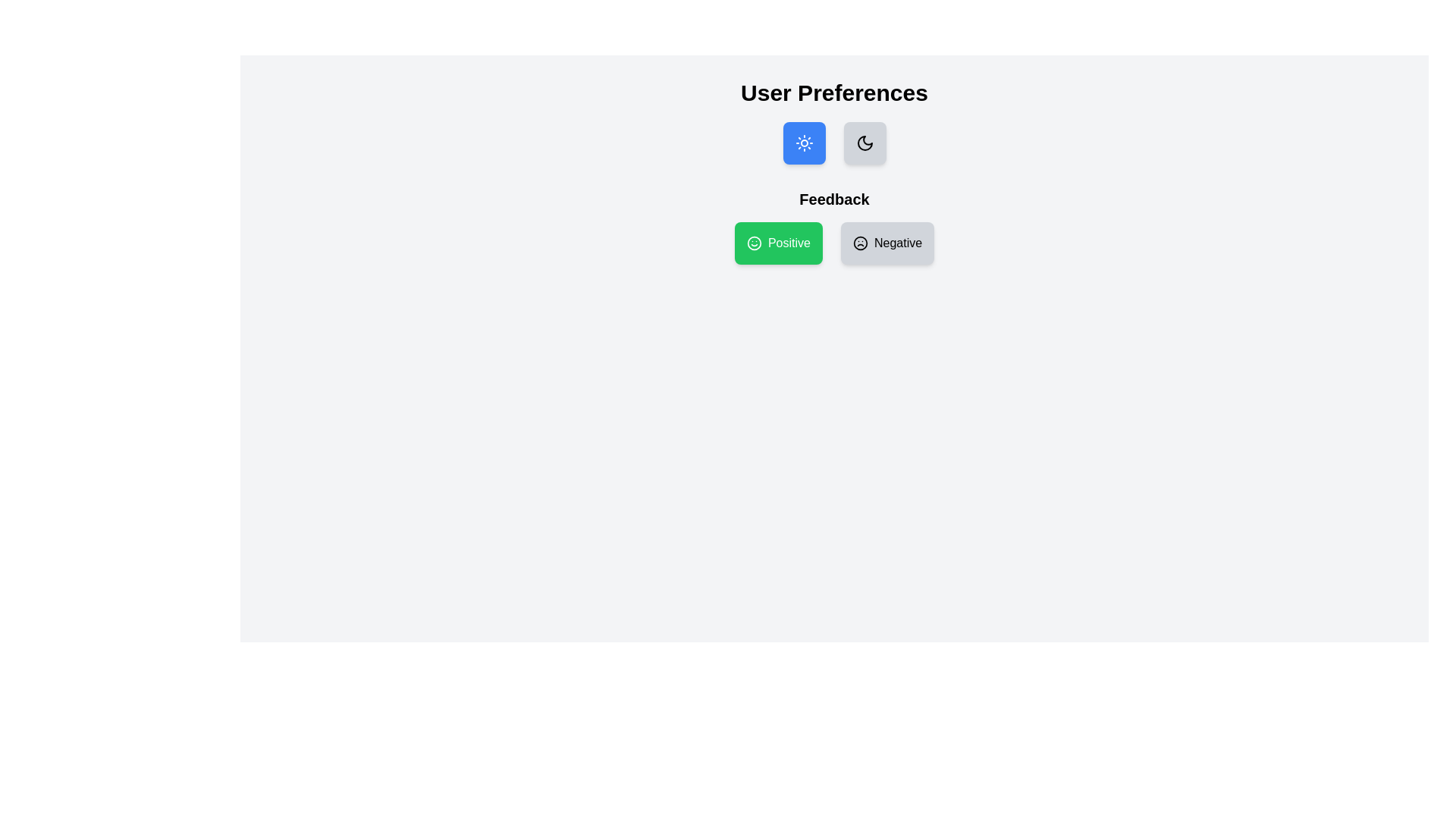  I want to click on title text element that serves as a header for user preferences, positioned above interactive buttons, so click(833, 93).